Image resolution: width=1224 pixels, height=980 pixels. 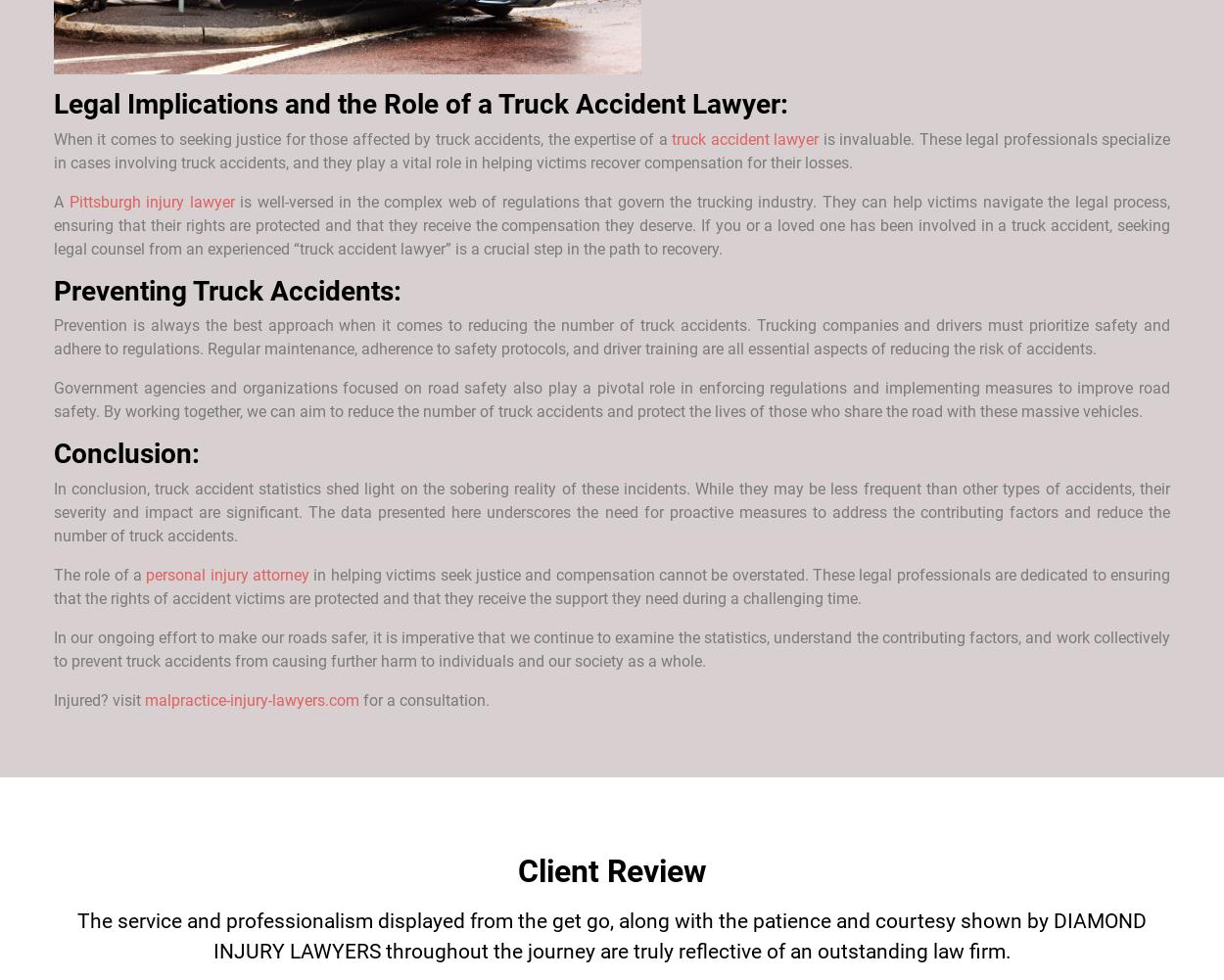 What do you see at coordinates (226, 575) in the screenshot?
I see `'personal injury attorney'` at bounding box center [226, 575].